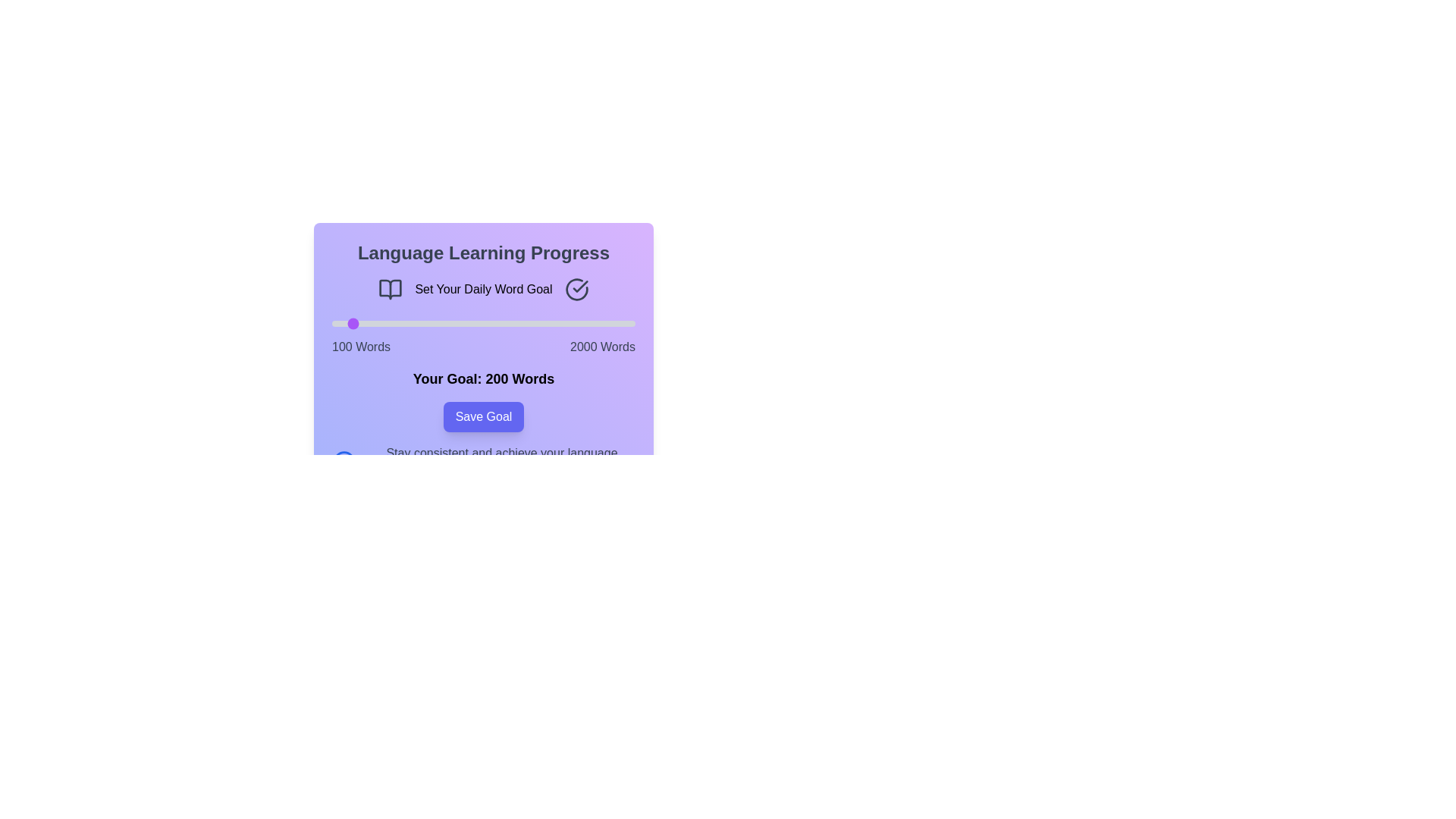  Describe the element at coordinates (542, 323) in the screenshot. I see `the slider to set the word count to 1419` at that location.